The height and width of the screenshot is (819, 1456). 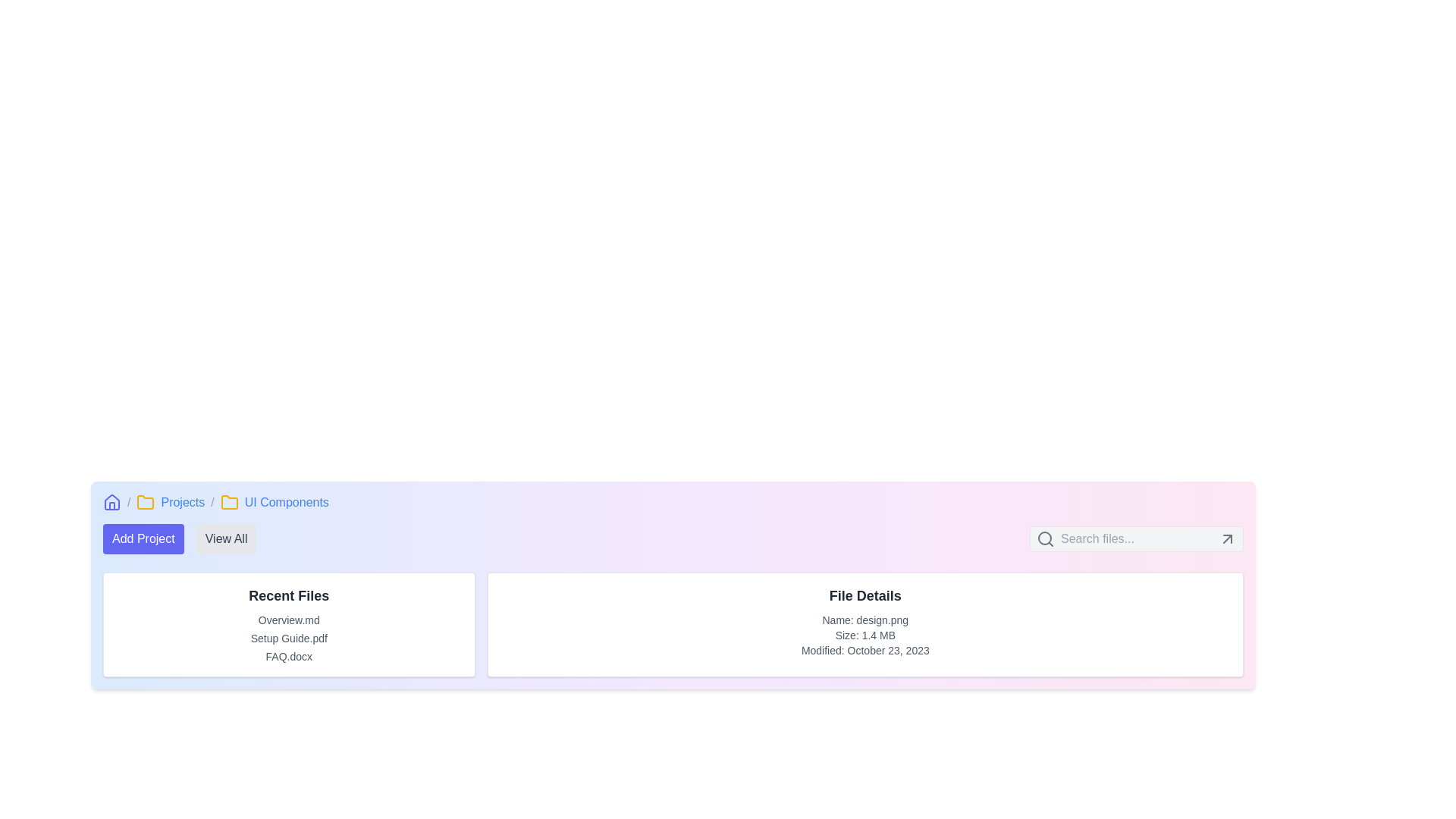 What do you see at coordinates (865, 595) in the screenshot?
I see `the Text (Heading) that serves as the title for the section displaying file metadata, located at the top left corner within a white box` at bounding box center [865, 595].